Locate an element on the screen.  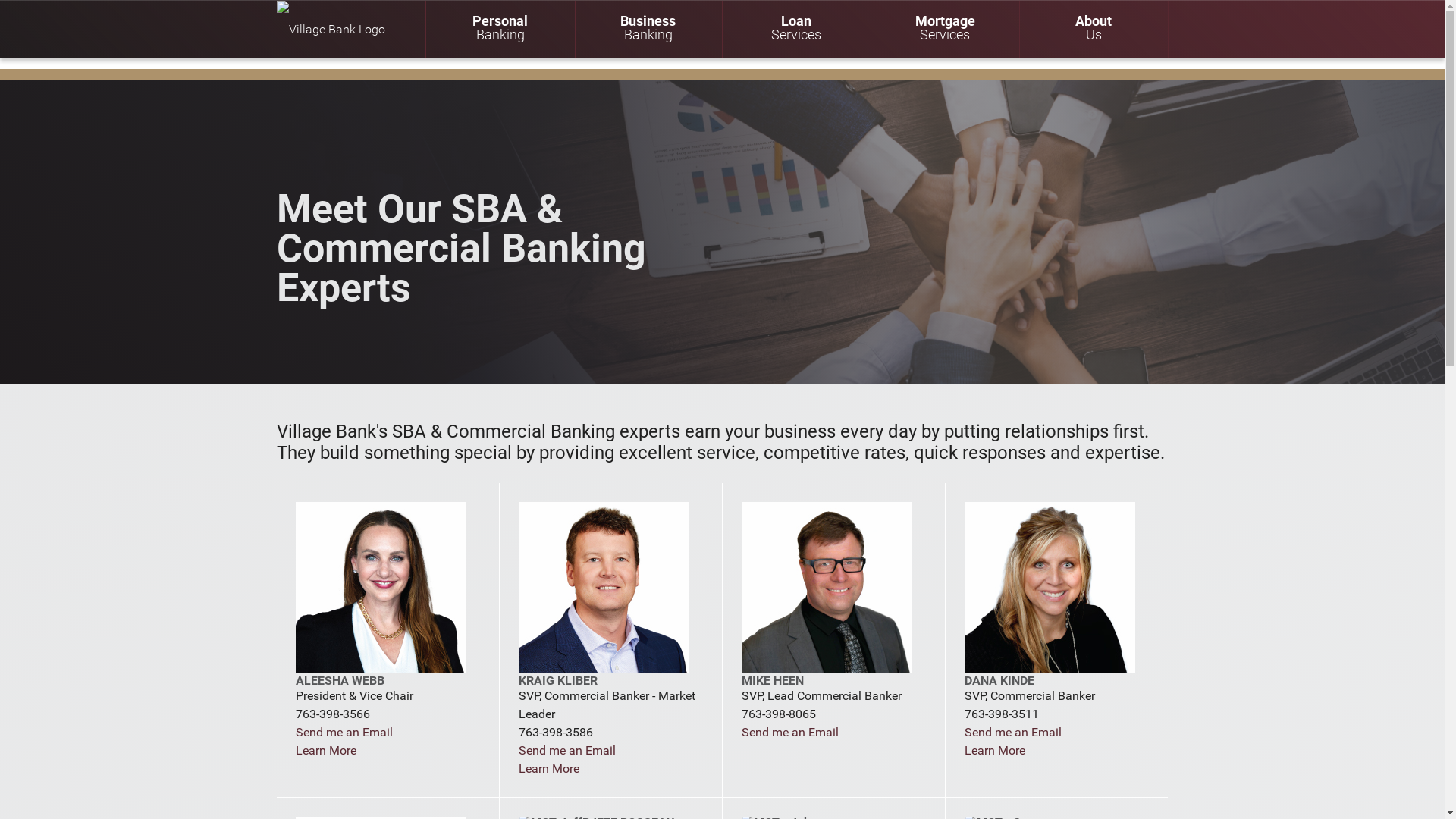
'Send me an Email' is located at coordinates (566, 749).